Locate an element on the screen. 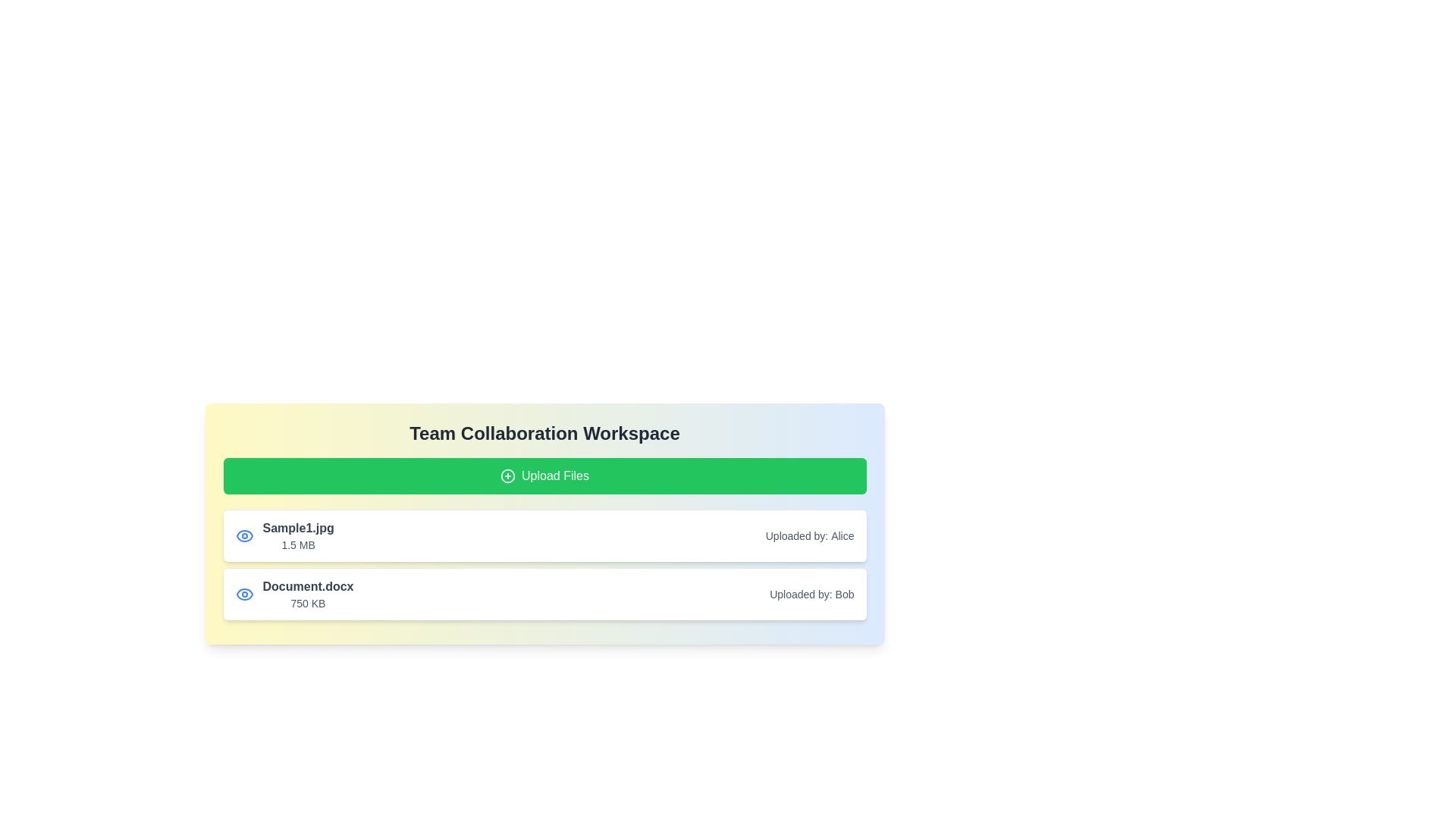 This screenshot has width=1456, height=819. the upload icon located to the left of the 'Upload Files' text within the button is located at coordinates (508, 475).